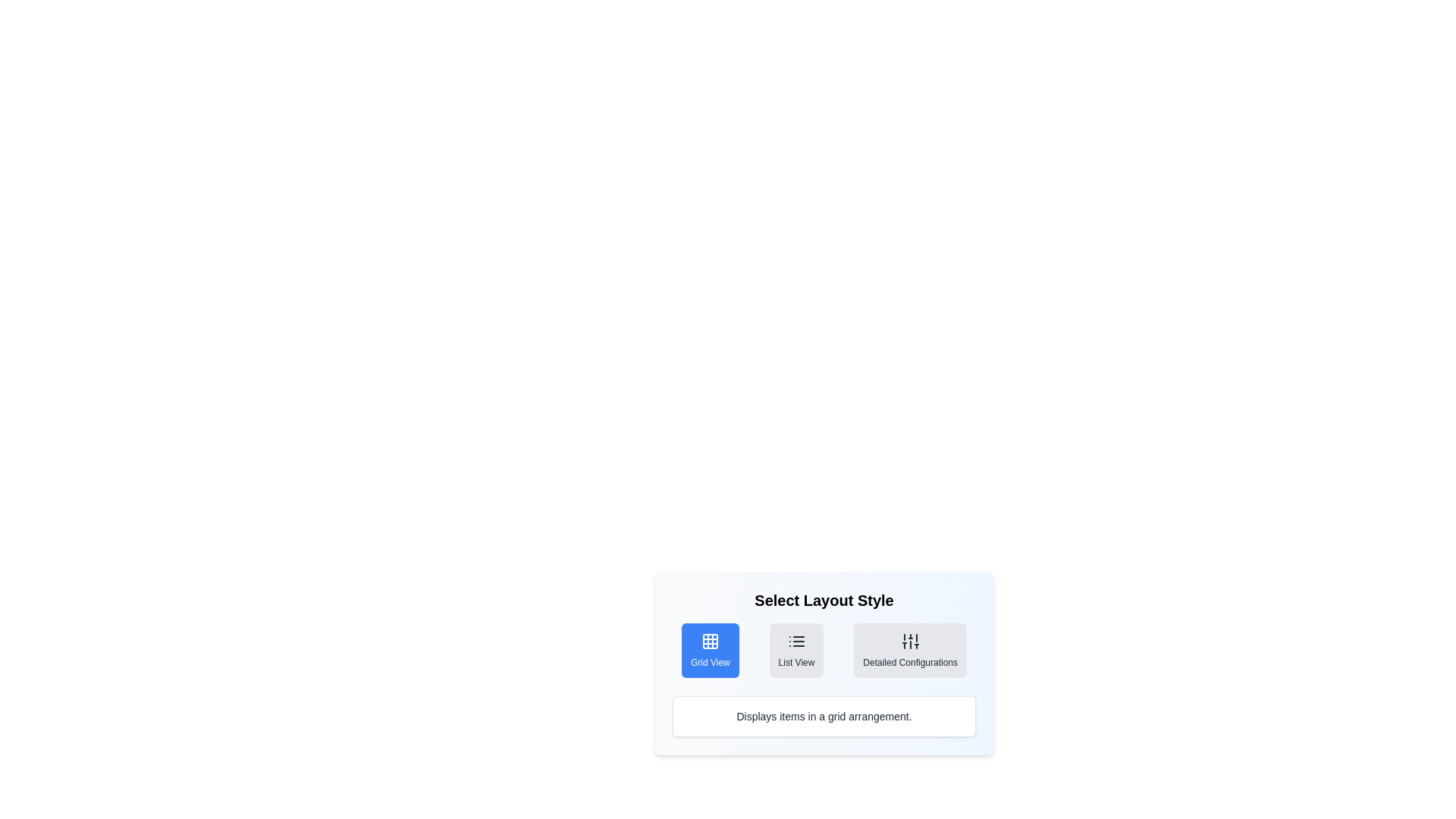 The image size is (1456, 819). What do you see at coordinates (795, 649) in the screenshot?
I see `the layout style button for List View` at bounding box center [795, 649].